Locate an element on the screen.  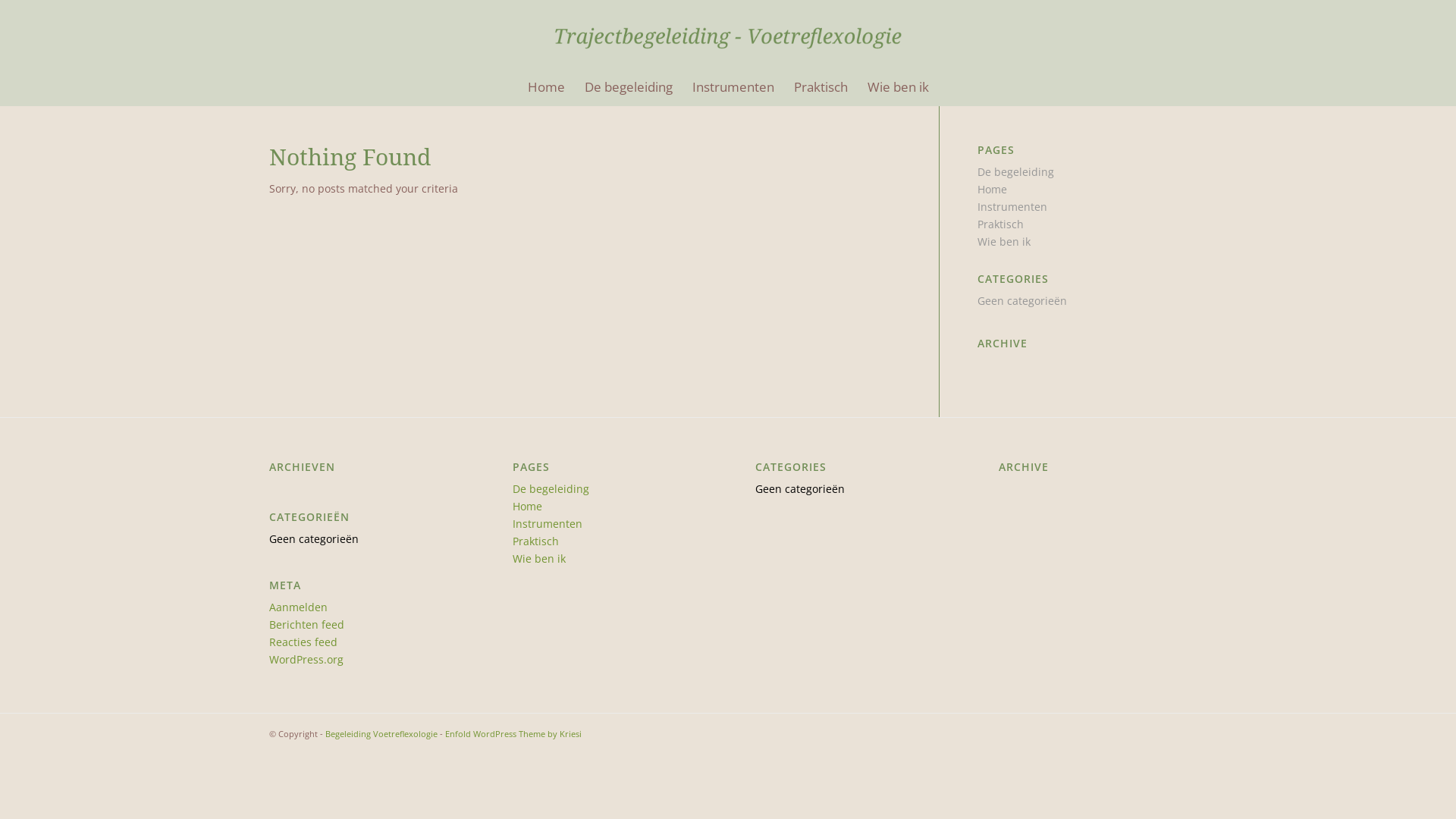
'Praktisch' is located at coordinates (535, 540).